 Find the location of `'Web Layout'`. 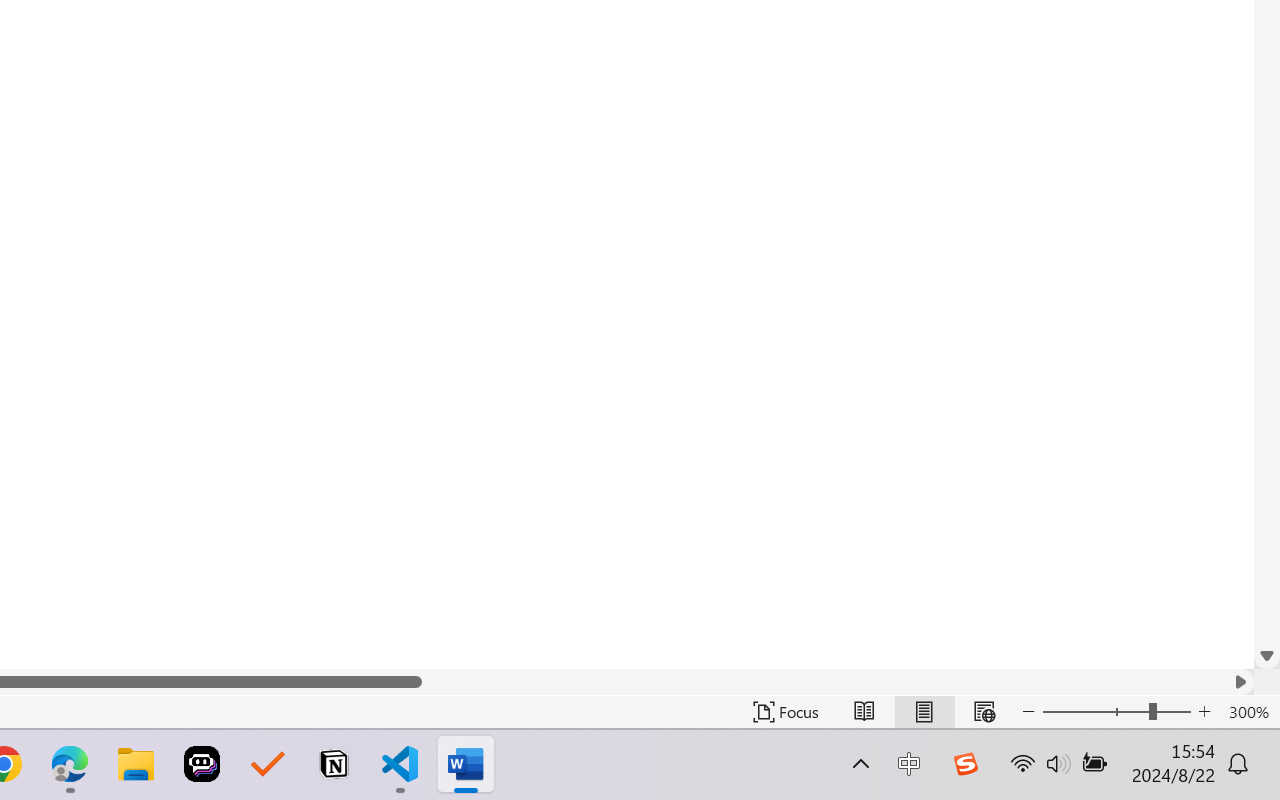

'Web Layout' is located at coordinates (984, 711).